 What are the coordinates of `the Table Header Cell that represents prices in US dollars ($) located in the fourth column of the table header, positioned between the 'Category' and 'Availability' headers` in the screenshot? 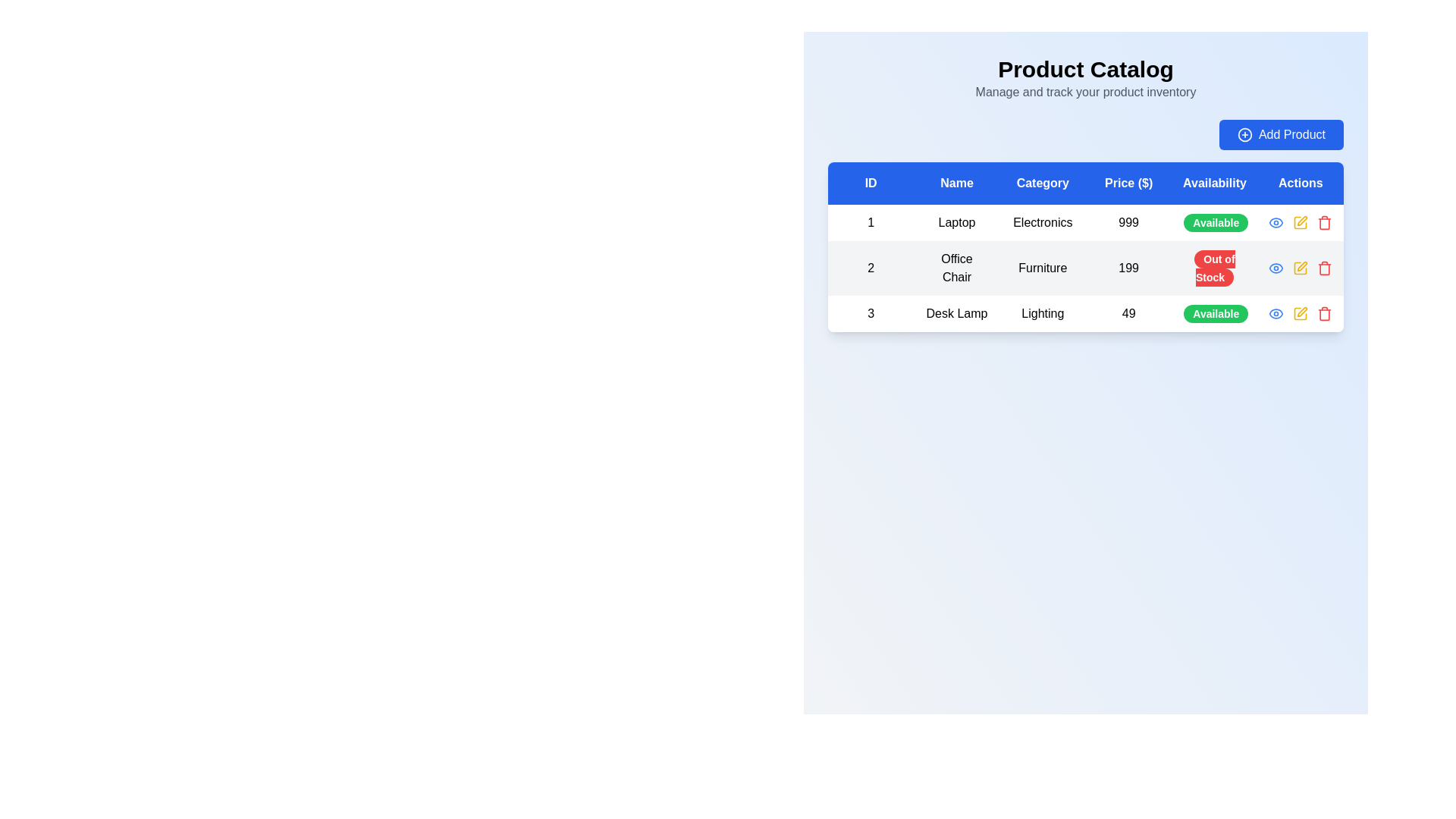 It's located at (1128, 183).